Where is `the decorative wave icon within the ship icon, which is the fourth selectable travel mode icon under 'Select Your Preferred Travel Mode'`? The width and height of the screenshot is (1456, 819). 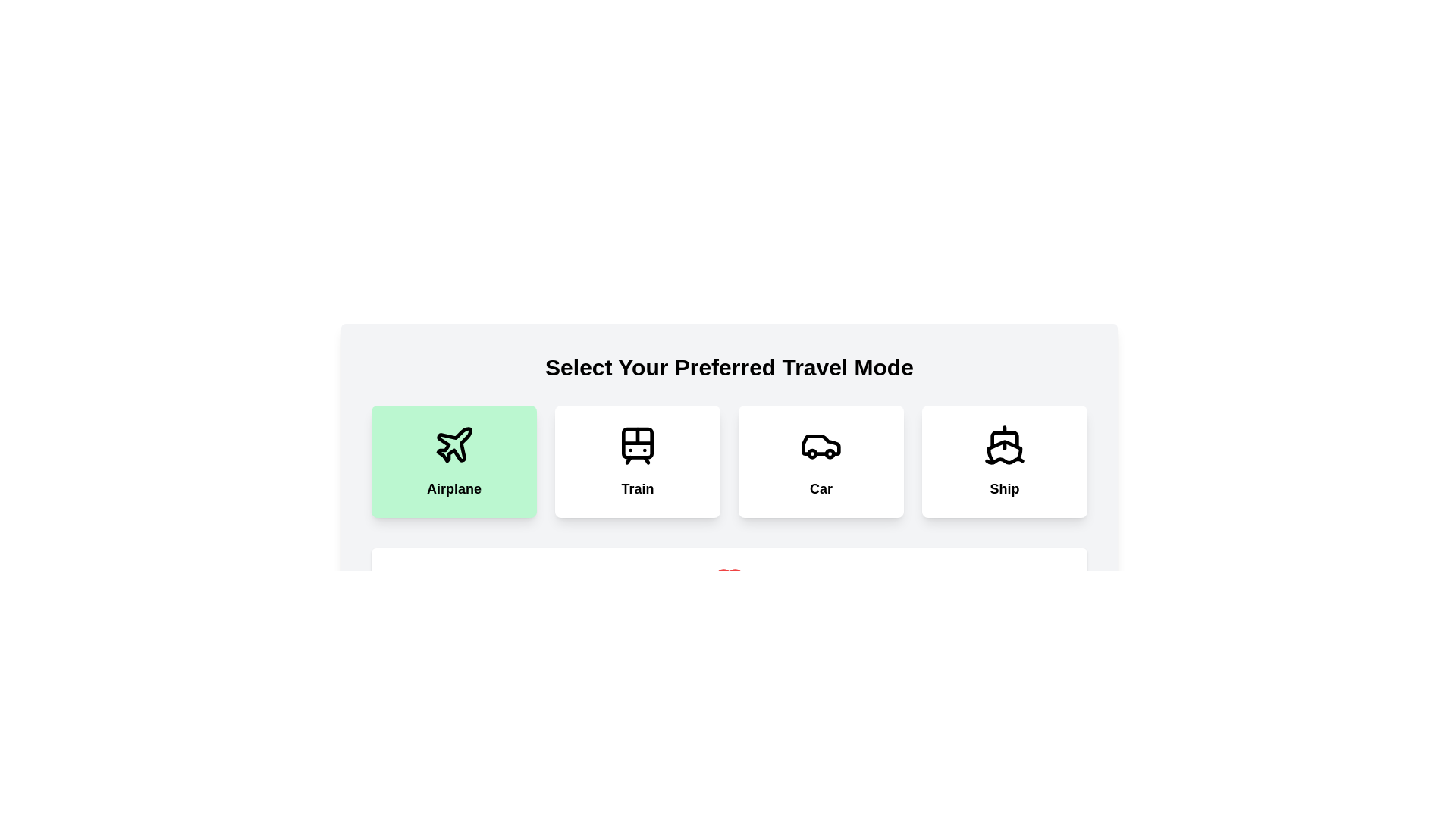
the decorative wave icon within the ship icon, which is the fourth selectable travel mode icon under 'Select Your Preferred Travel Mode' is located at coordinates (1004, 460).